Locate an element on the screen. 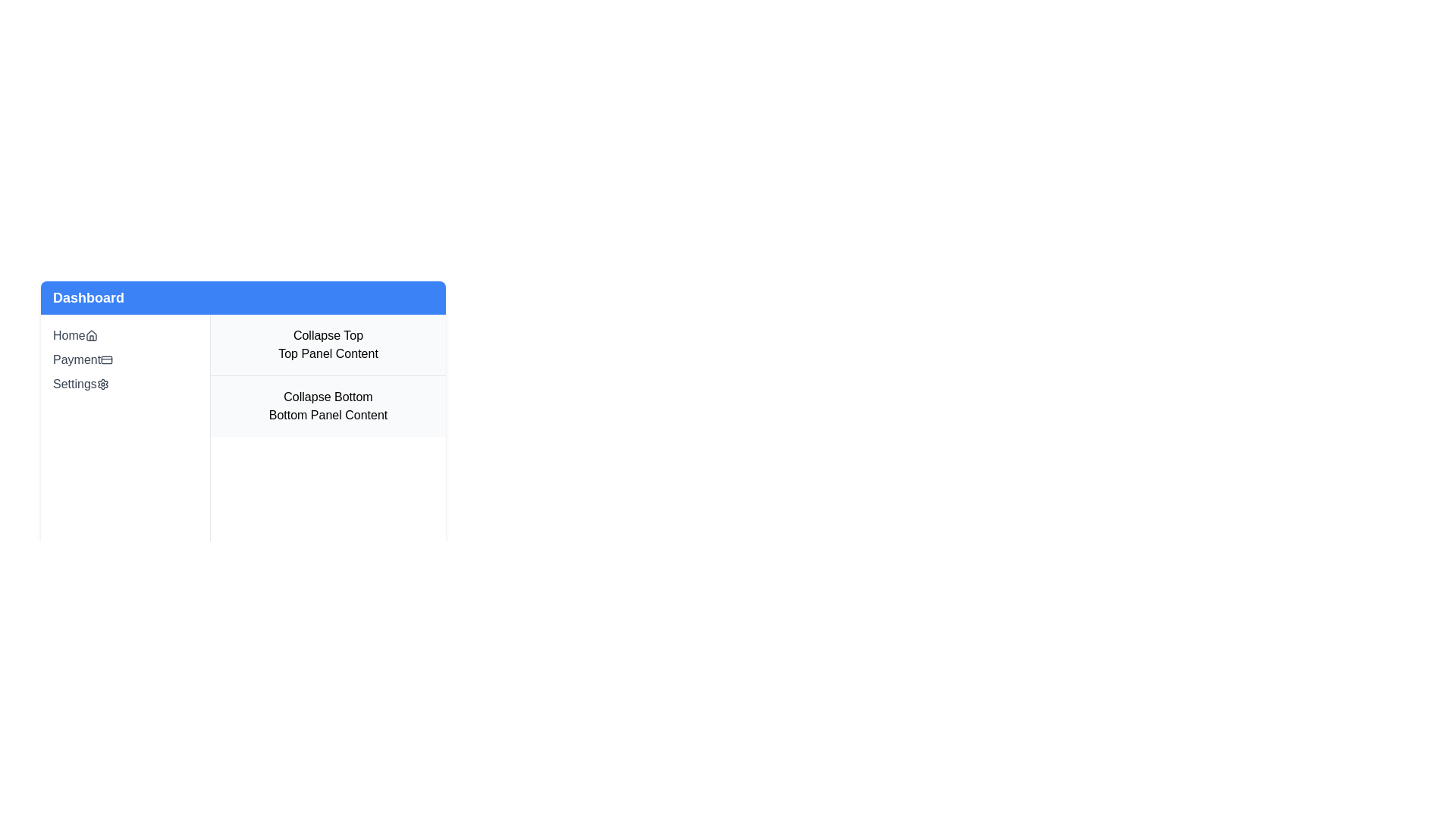 The image size is (1456, 819). the credit card icon located in the Payment section of the left sidebar menu is located at coordinates (106, 359).